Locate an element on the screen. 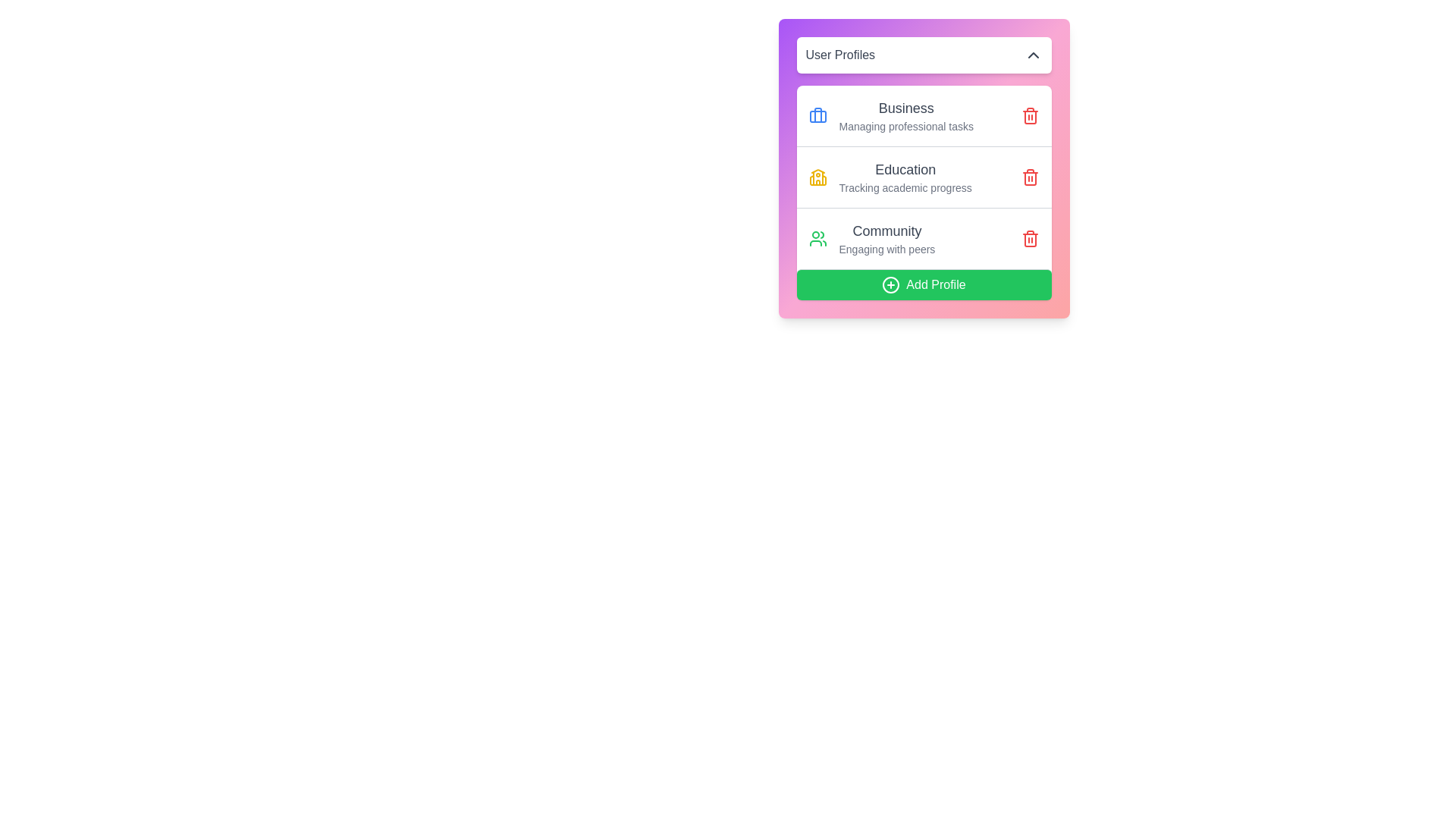 This screenshot has width=1456, height=819. the circular icon with a plus sign in the center, which is styled with a green background and white line art is located at coordinates (891, 284).